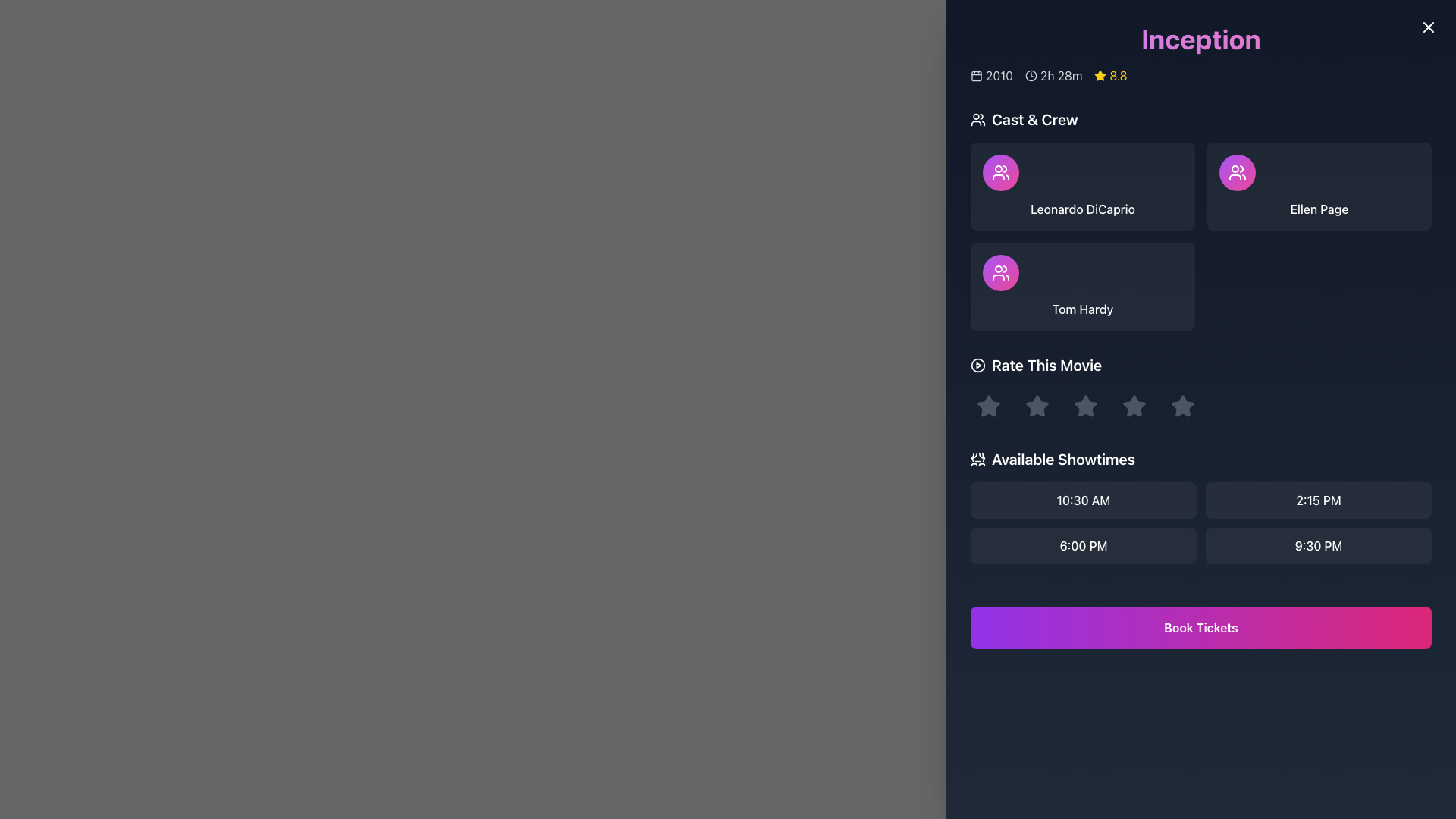 The image size is (1456, 819). Describe the element at coordinates (1425, 30) in the screenshot. I see `the small rectangle with rounded corners in the SVG icon located in the top-right corner of the interface` at that location.